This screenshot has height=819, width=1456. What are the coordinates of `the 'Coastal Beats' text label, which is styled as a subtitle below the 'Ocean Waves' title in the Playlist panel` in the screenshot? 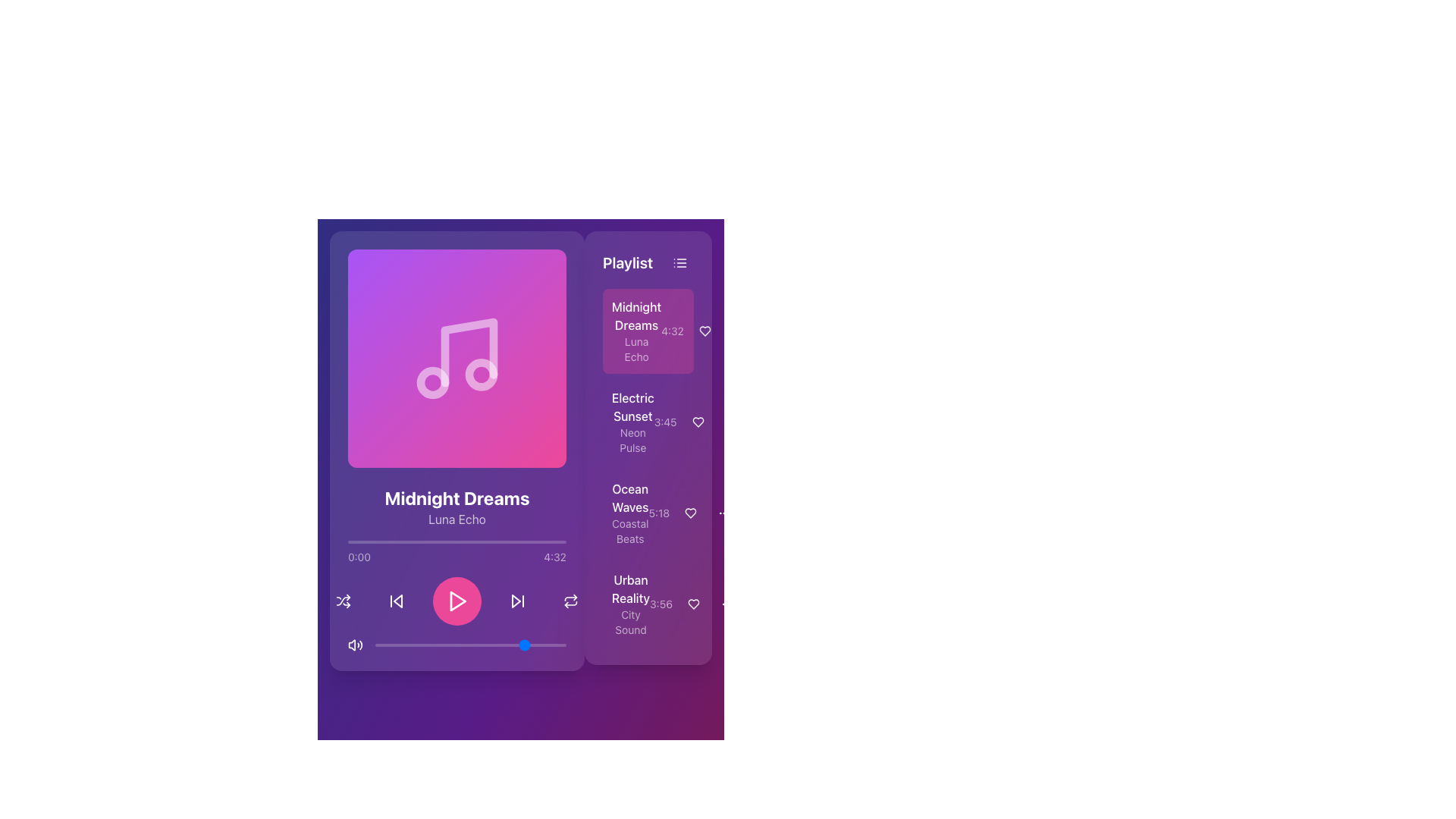 It's located at (630, 531).